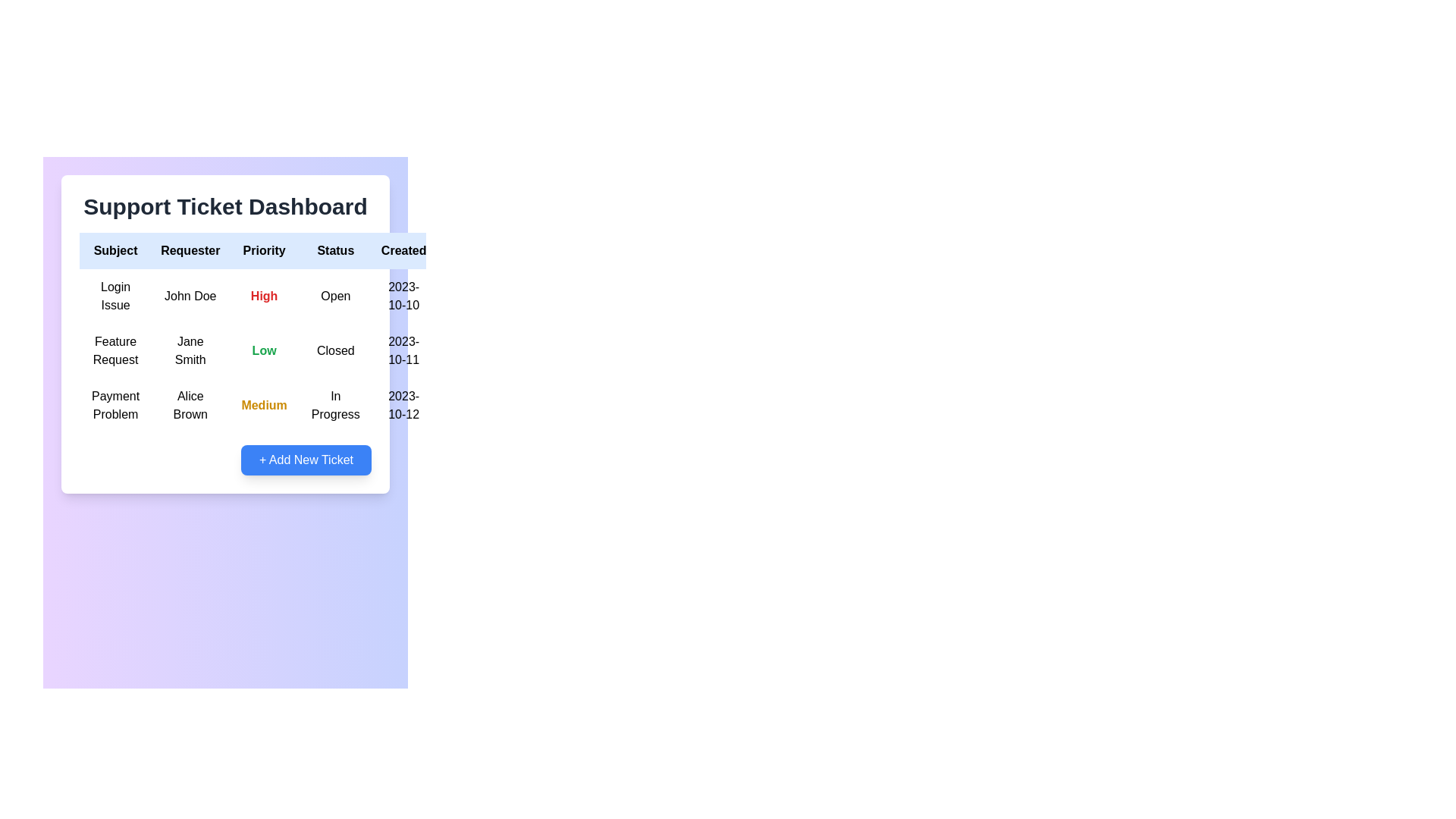  I want to click on the third row in the ticket dashboard interface that contains the subject 'Payment Problem', requester 'Alice Brown', priority 'Medium', status 'In Progress', and creation date '2023-10-12', so click(290, 405).